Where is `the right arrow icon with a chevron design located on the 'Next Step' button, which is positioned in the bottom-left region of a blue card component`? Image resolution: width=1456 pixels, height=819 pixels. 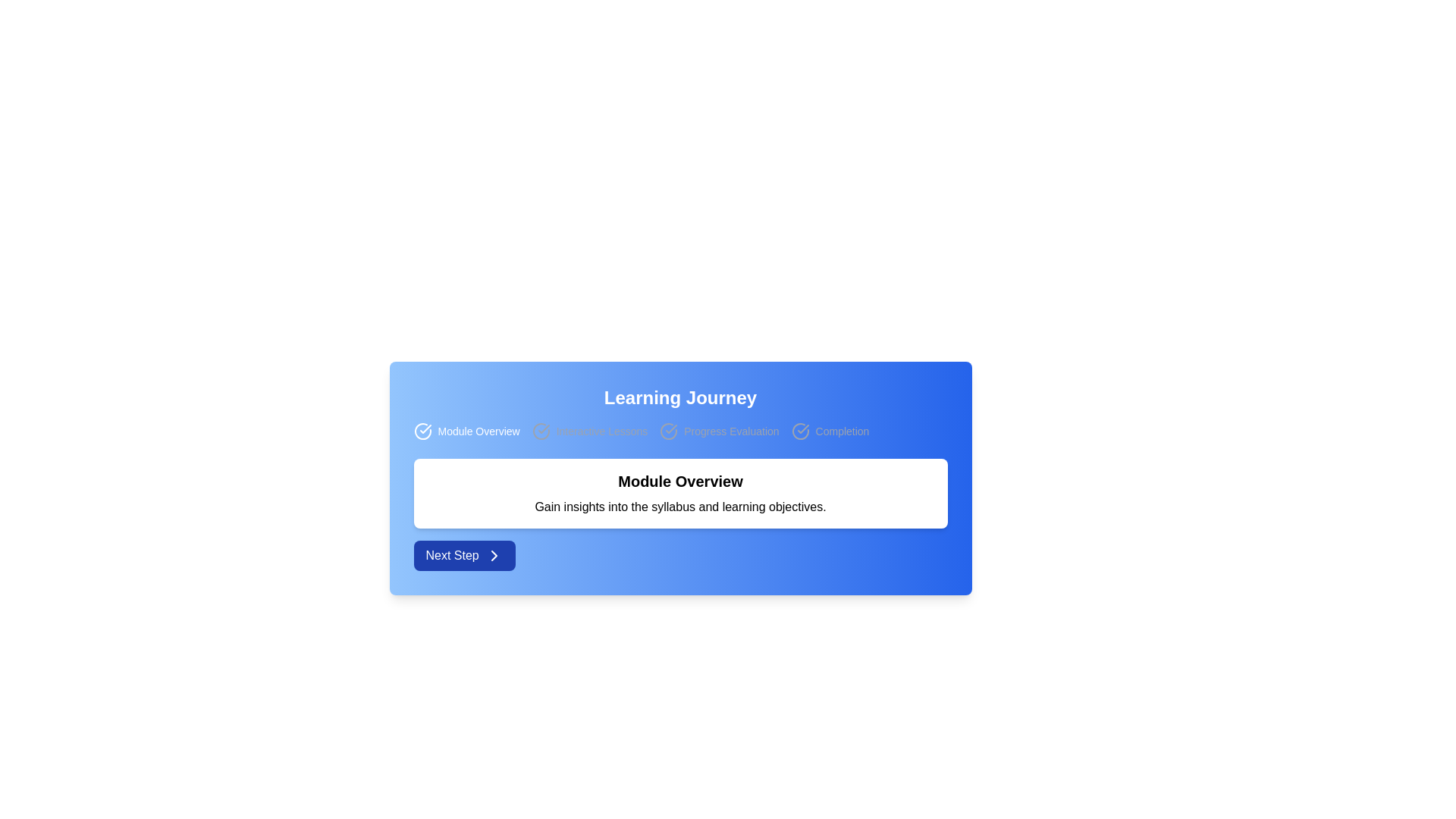
the right arrow icon with a chevron design located on the 'Next Step' button, which is positioned in the bottom-left region of a blue card component is located at coordinates (494, 555).